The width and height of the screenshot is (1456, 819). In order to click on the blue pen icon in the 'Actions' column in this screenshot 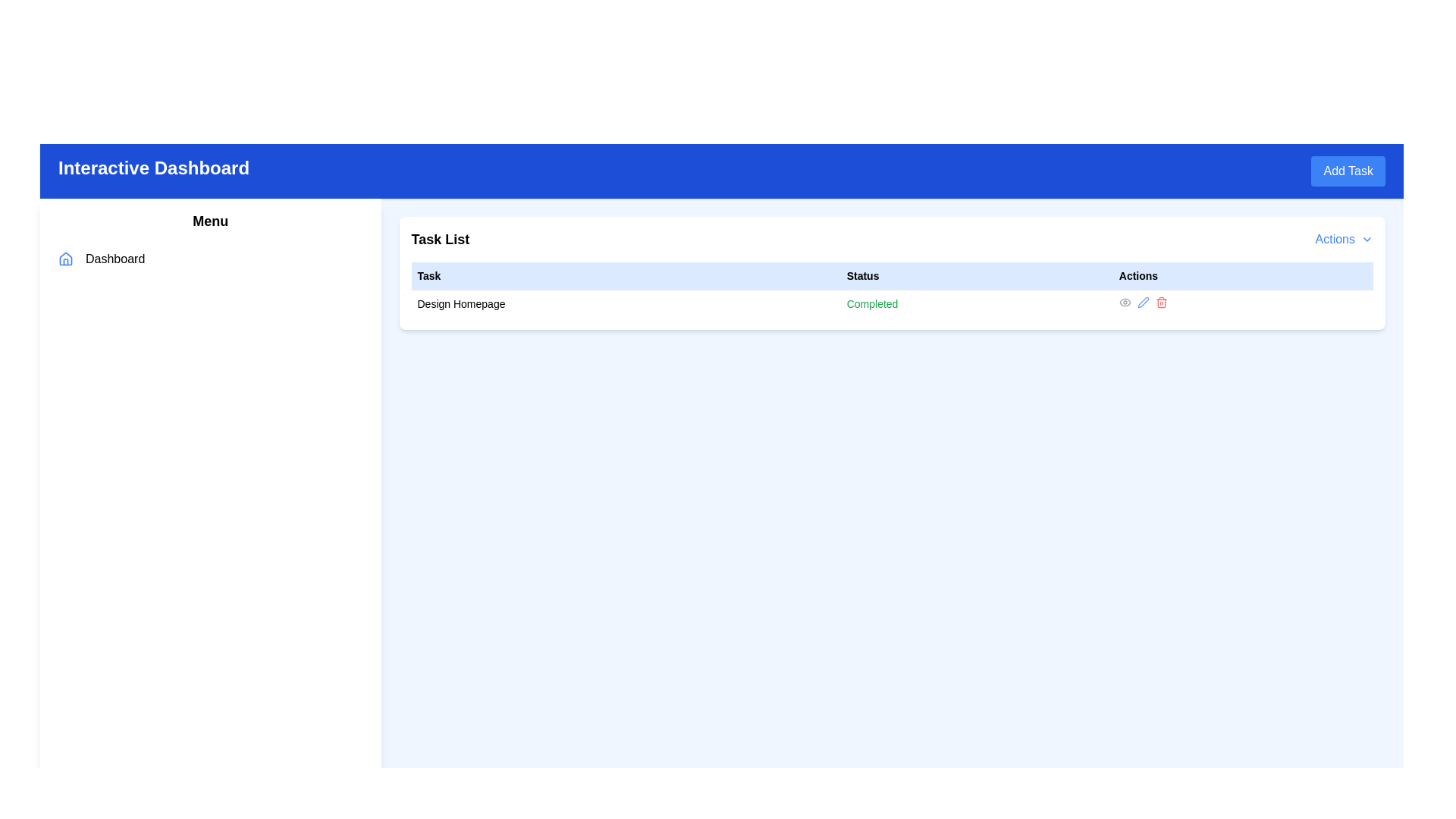, I will do `click(1143, 302)`.